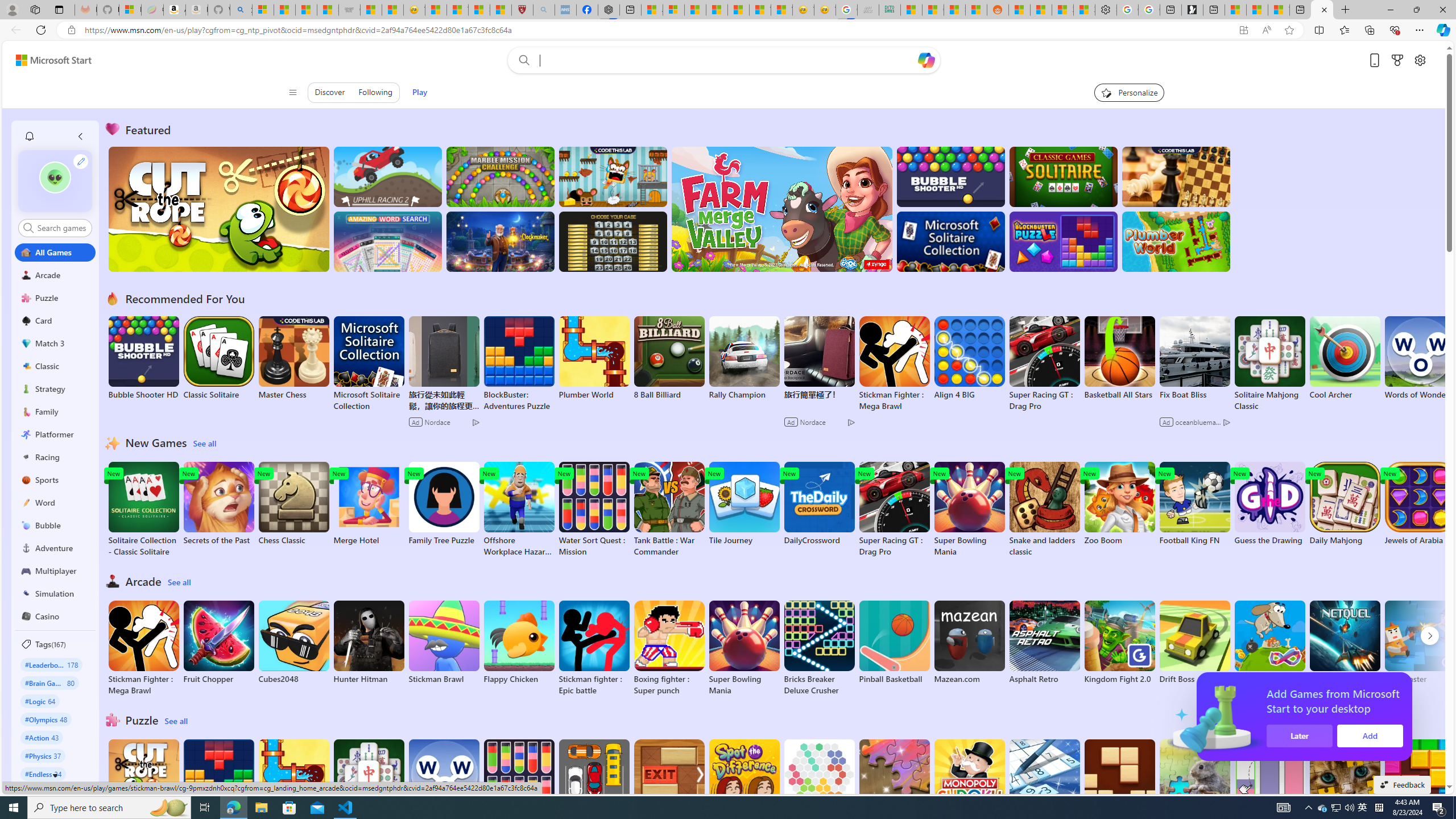  Describe the element at coordinates (593, 647) in the screenshot. I see `'Stickman fighter : Epic battle'` at that location.